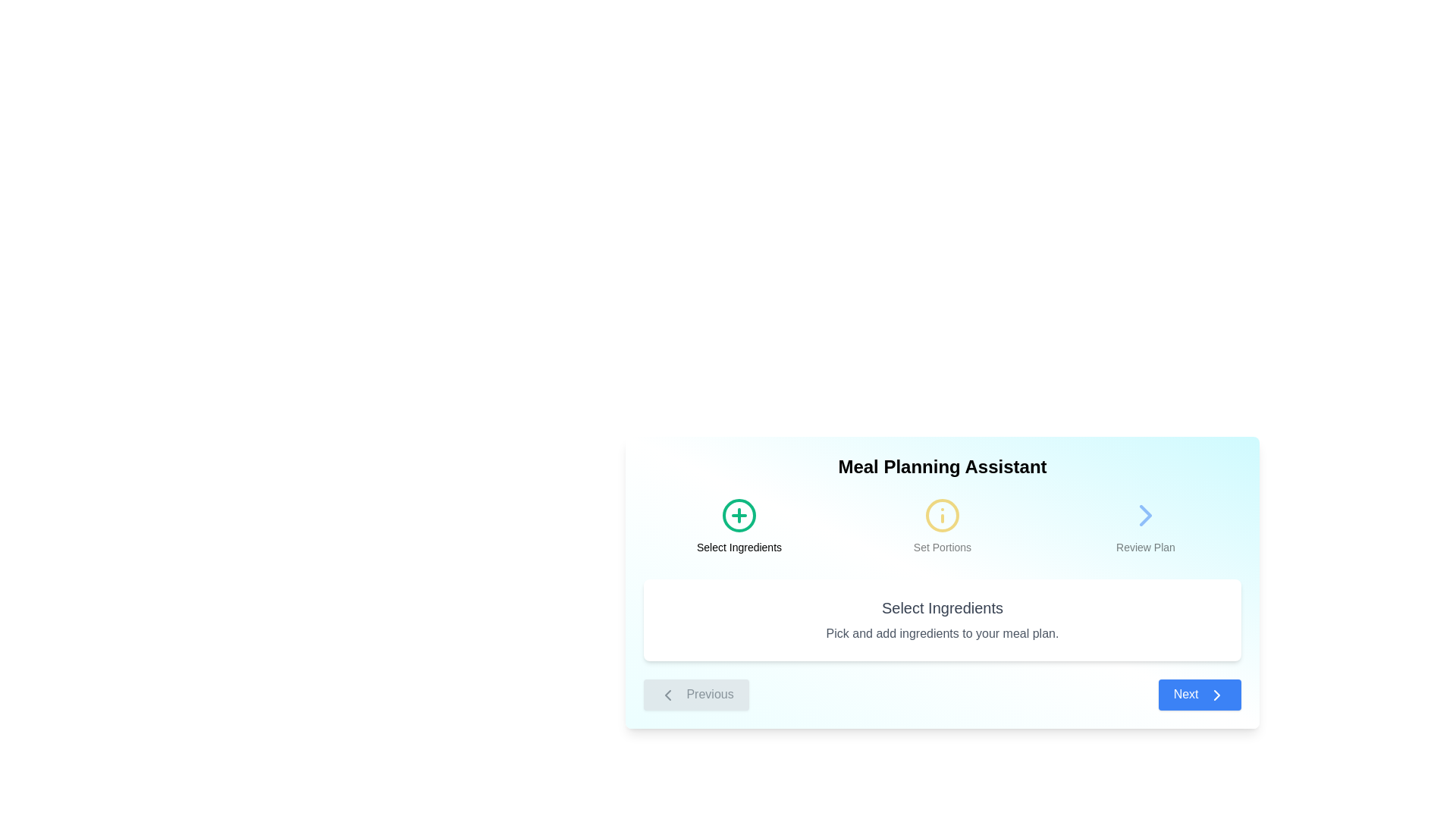 The height and width of the screenshot is (819, 1456). Describe the element at coordinates (942, 634) in the screenshot. I see `the text element that reads 'Pick and add ingredients to your meal plan.' which is styled in light gray and positioned below 'Select Ingredients'` at that location.